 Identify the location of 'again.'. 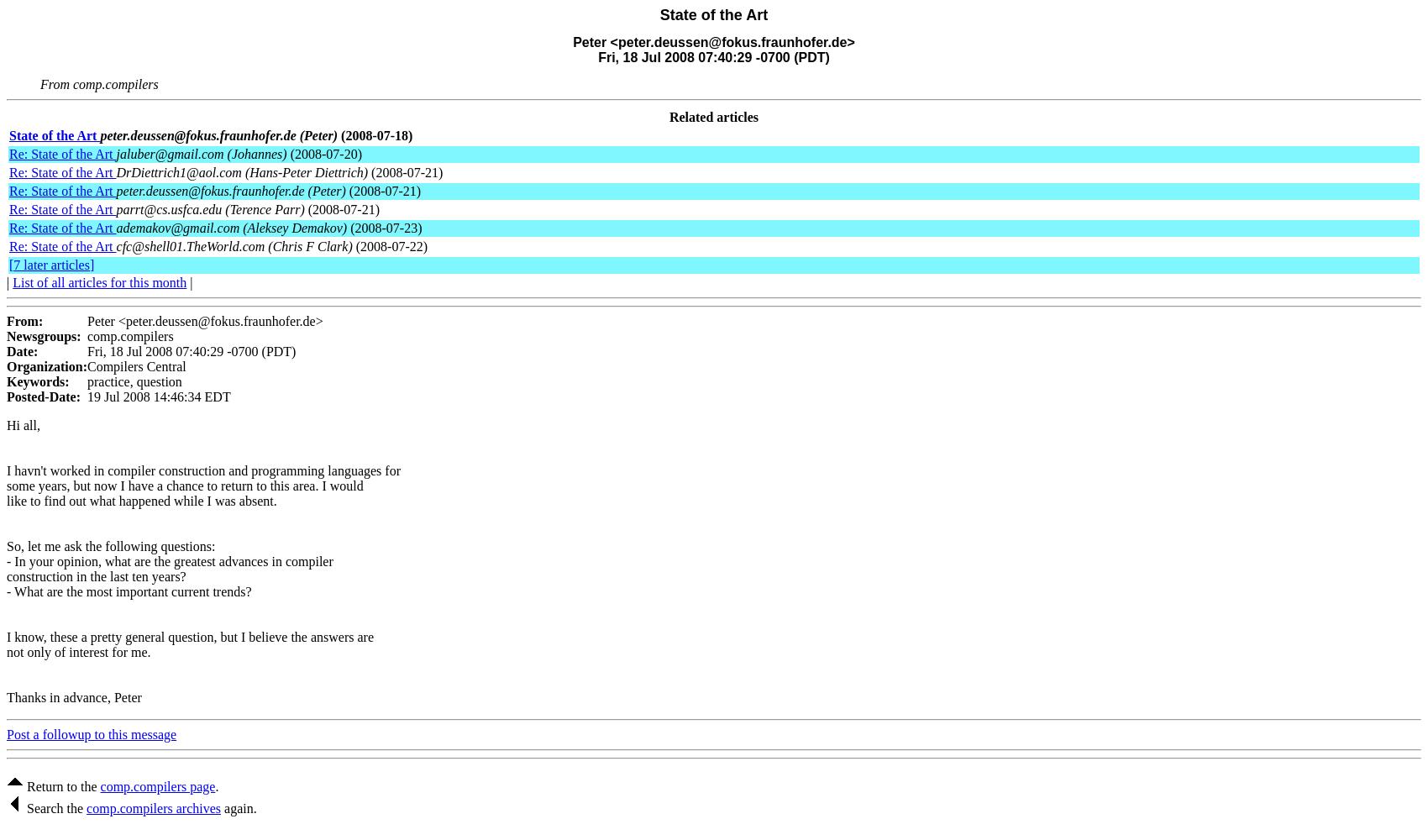
(239, 806).